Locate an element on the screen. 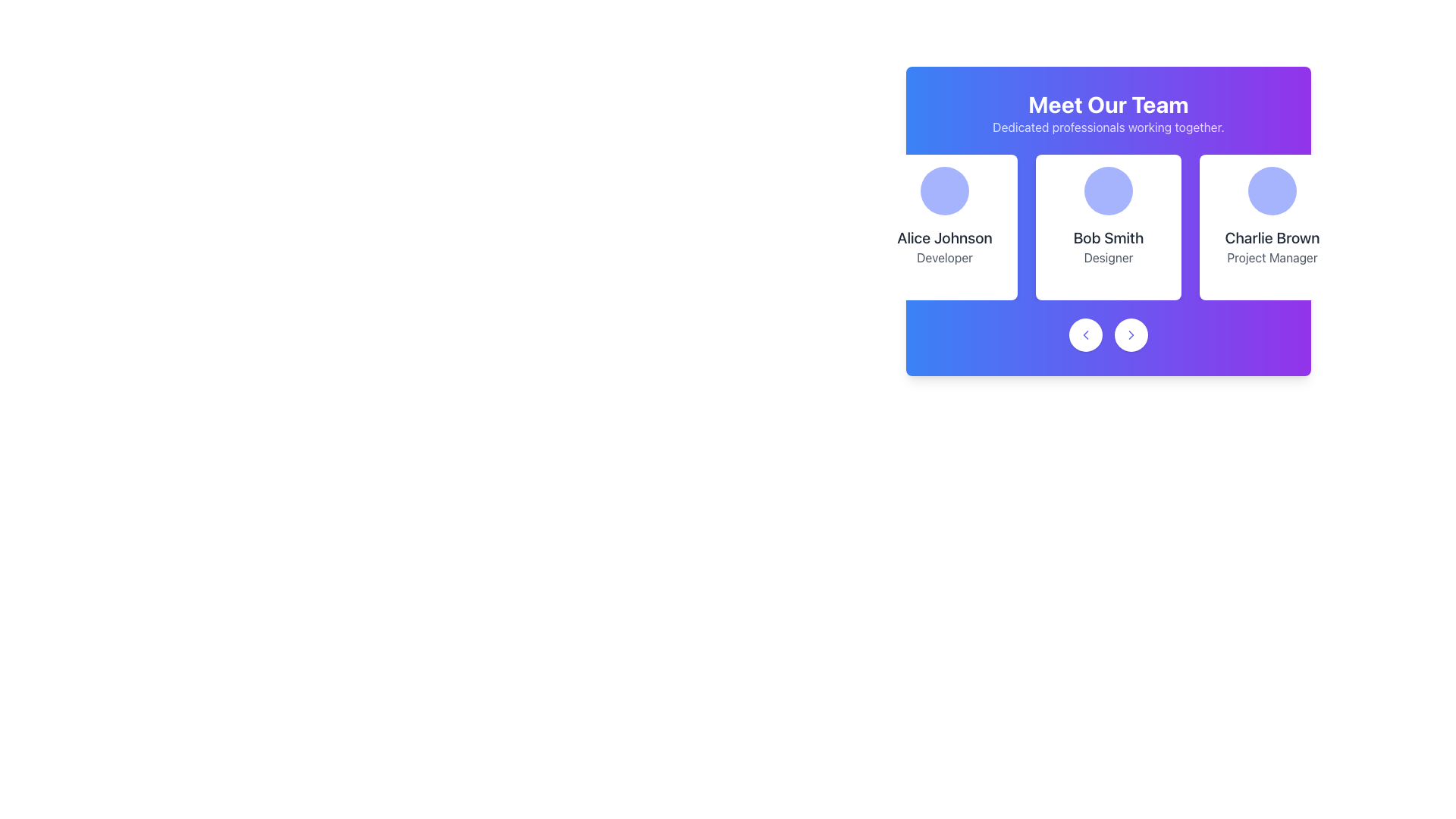  the circular button featuring a right-facing chevron icon by using keyboard navigation is located at coordinates (1131, 334).